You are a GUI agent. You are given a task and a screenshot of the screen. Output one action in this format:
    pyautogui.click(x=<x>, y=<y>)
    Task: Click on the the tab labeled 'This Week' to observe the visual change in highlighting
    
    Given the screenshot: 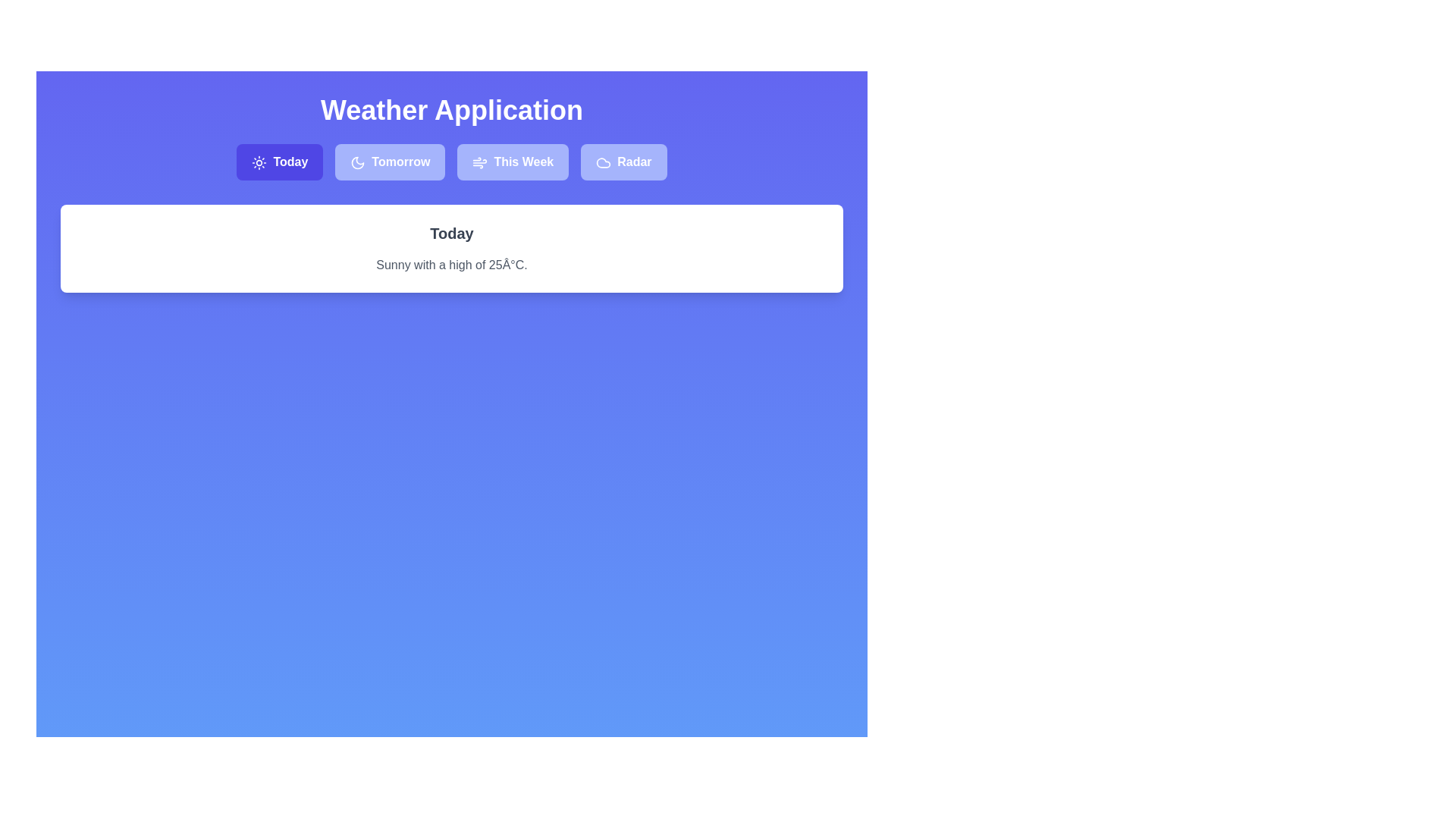 What is the action you would take?
    pyautogui.click(x=513, y=162)
    